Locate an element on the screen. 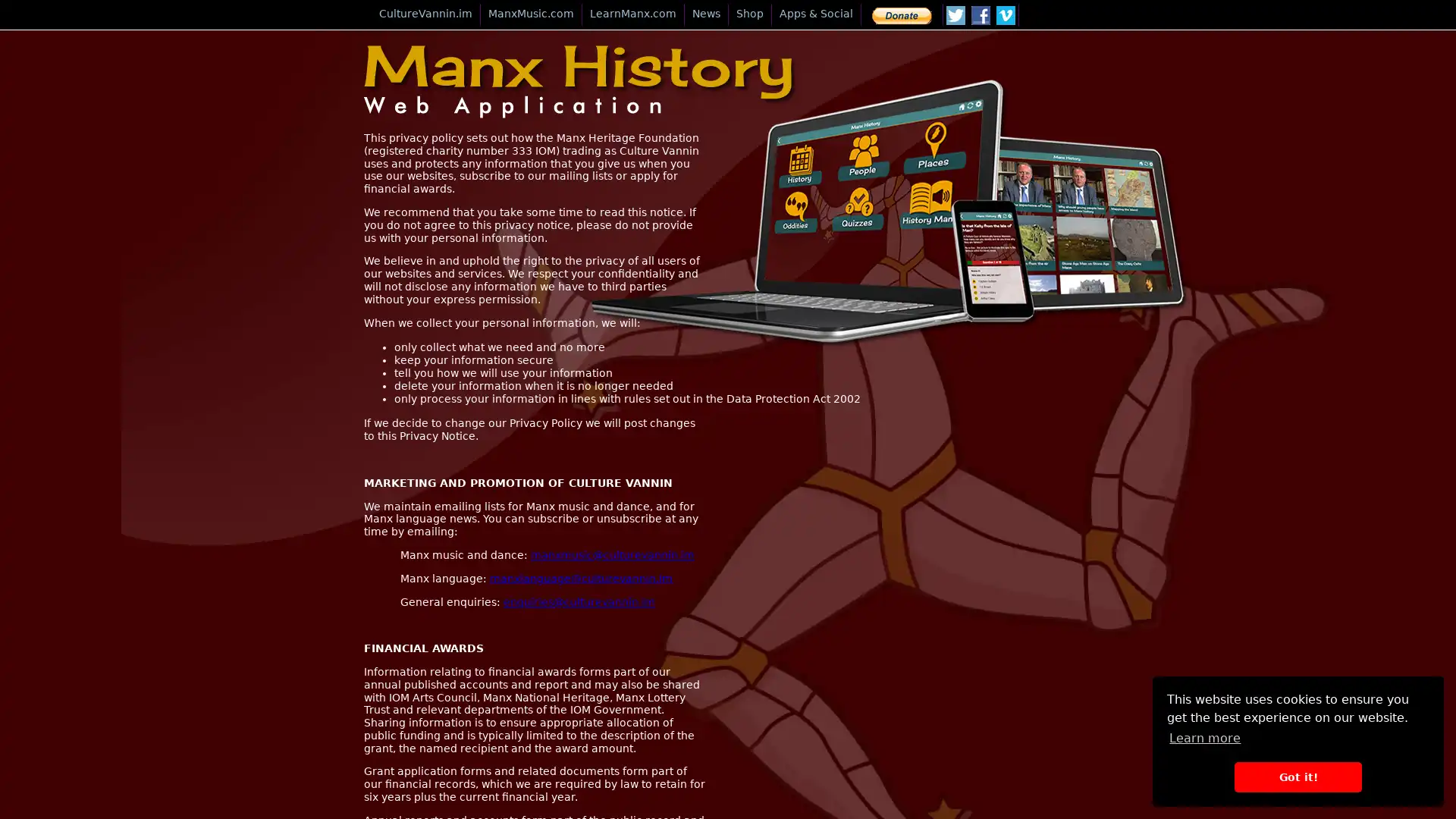 The image size is (1456, 819). learn more about cookies is located at coordinates (1203, 737).